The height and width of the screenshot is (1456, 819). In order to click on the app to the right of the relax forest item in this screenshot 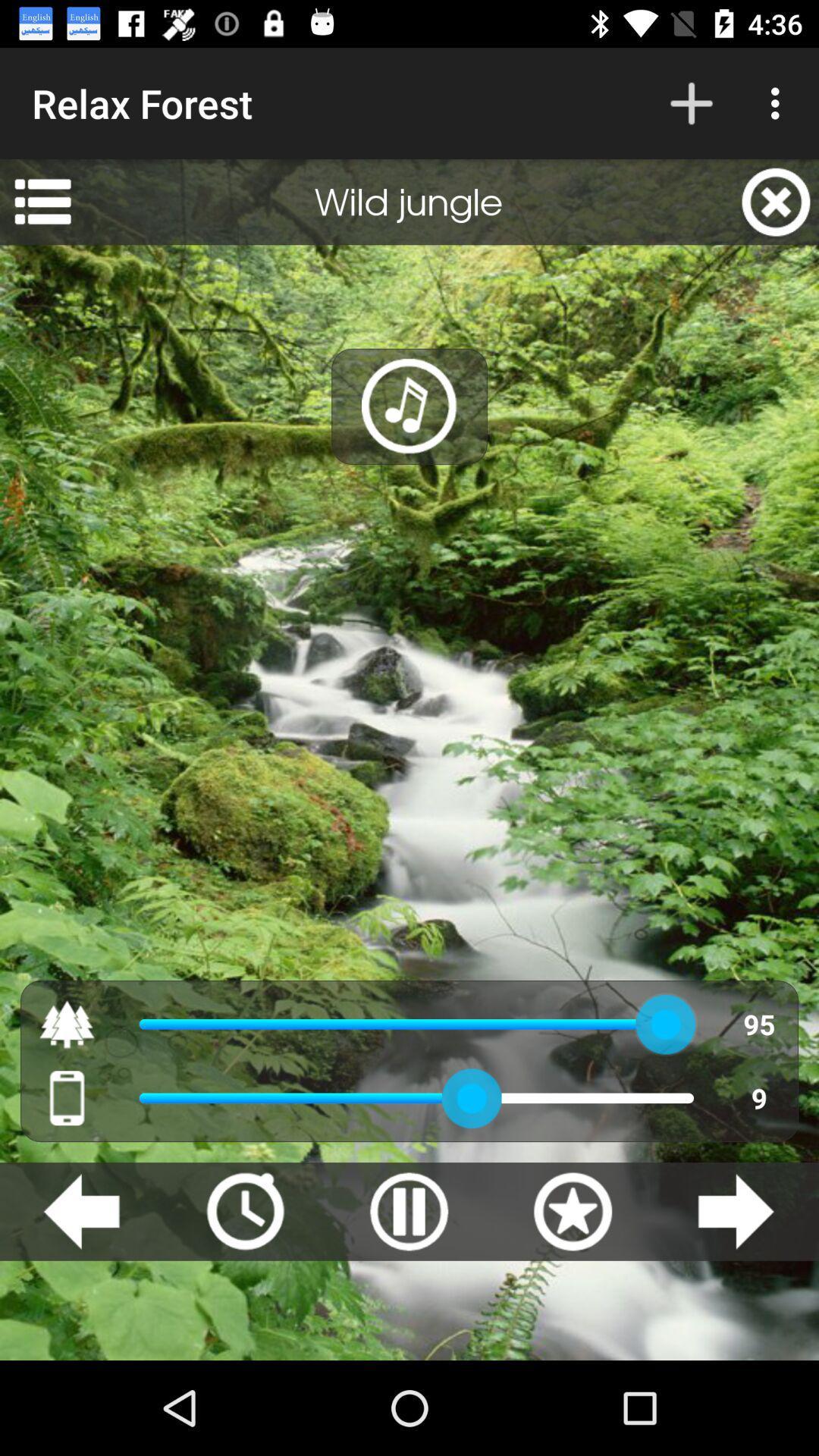, I will do `click(691, 102)`.